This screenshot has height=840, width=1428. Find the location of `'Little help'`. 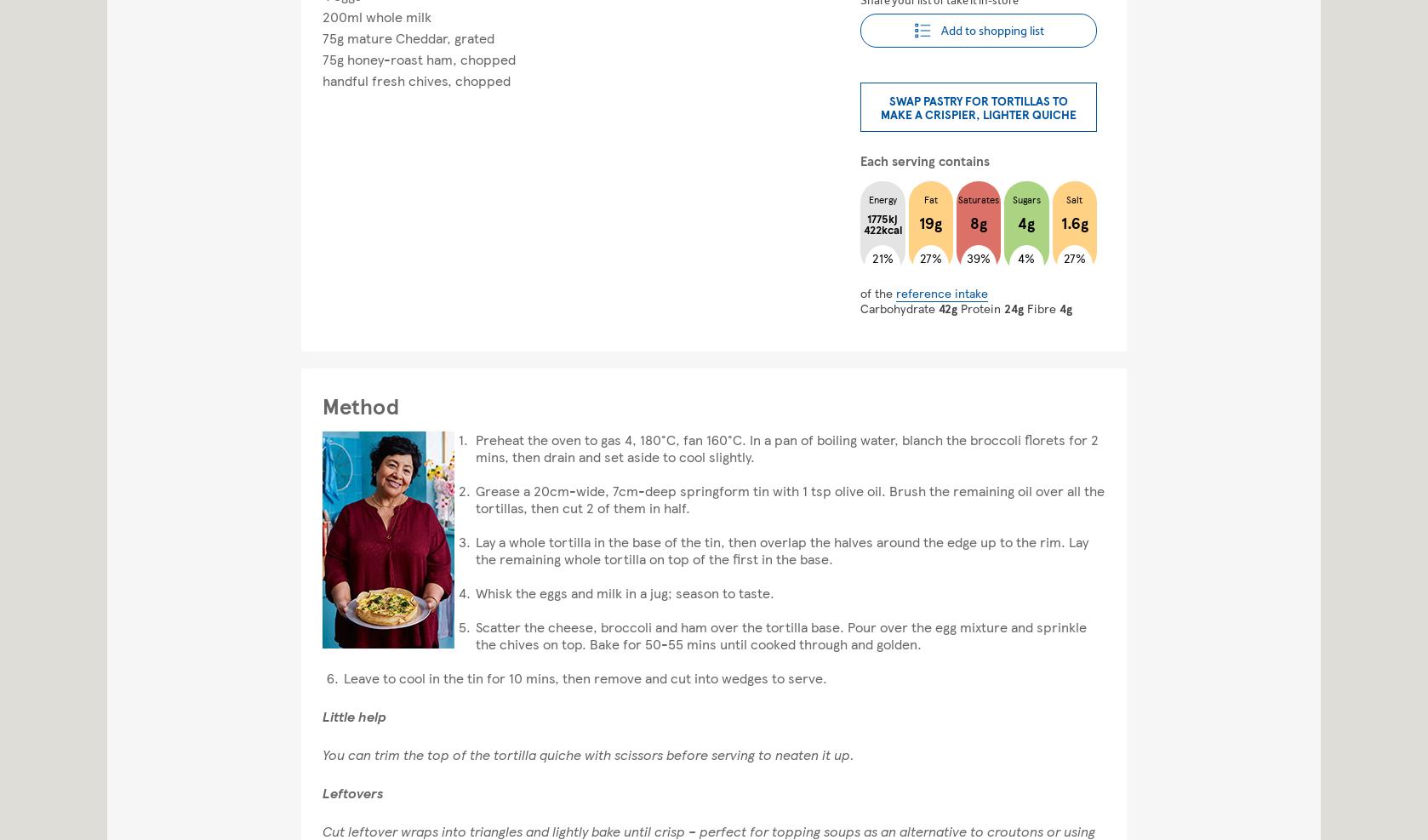

'Little help' is located at coordinates (354, 716).